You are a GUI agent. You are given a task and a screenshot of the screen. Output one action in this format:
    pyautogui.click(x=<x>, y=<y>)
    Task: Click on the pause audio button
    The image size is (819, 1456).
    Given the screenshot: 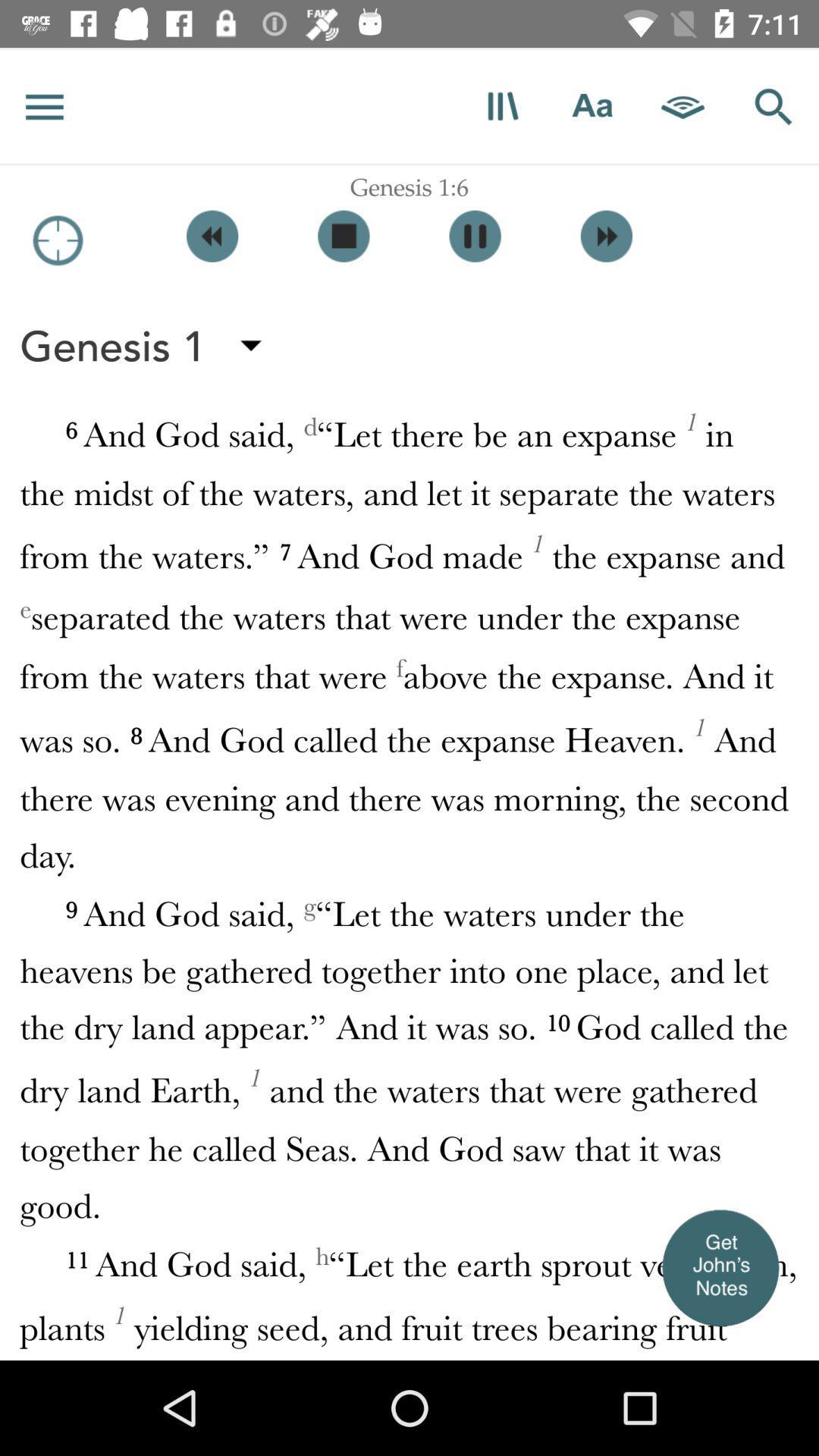 What is the action you would take?
    pyautogui.click(x=474, y=235)
    